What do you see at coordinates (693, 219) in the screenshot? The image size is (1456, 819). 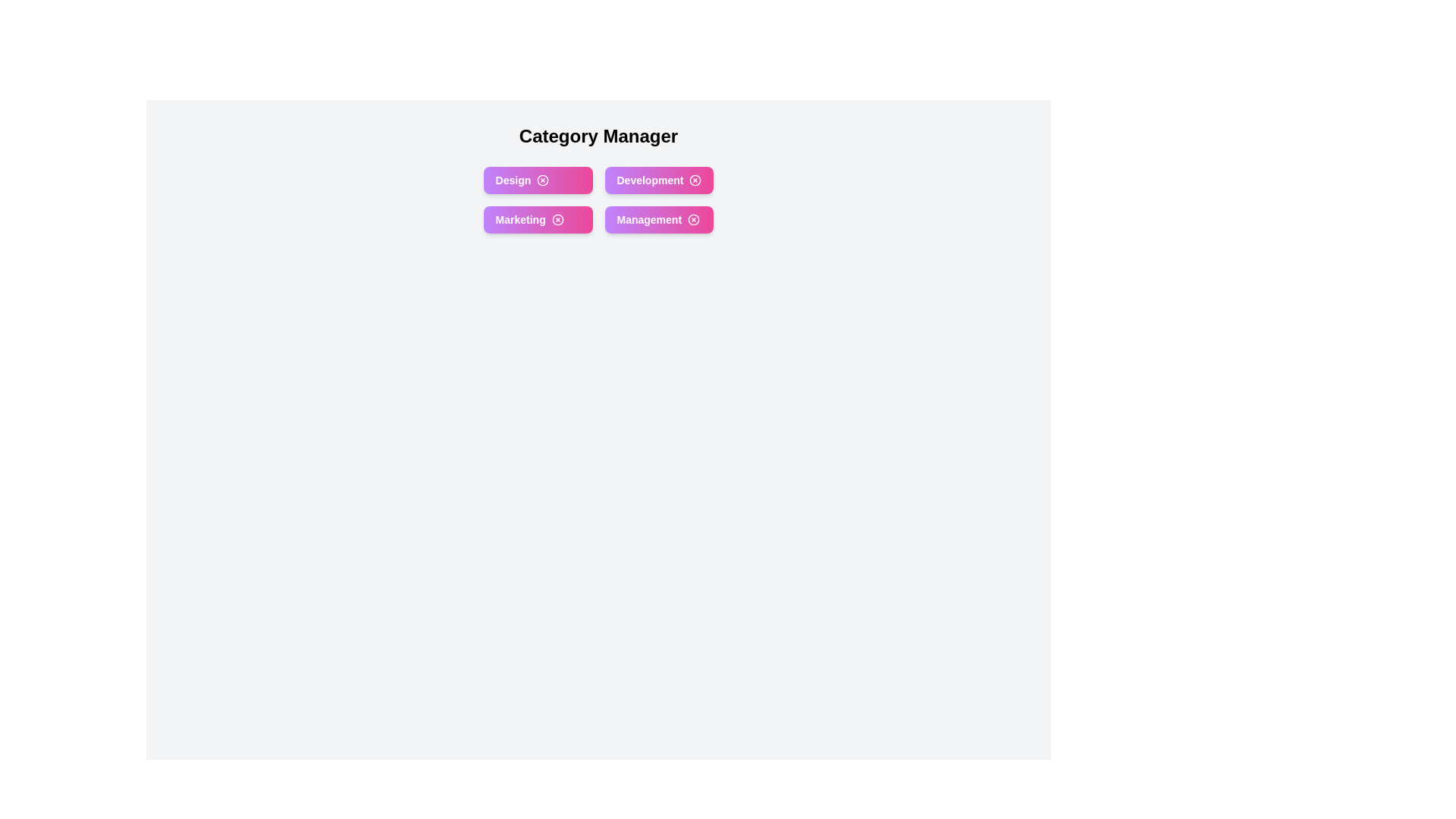 I see `close button on the category chip labeled Management to remove it` at bounding box center [693, 219].